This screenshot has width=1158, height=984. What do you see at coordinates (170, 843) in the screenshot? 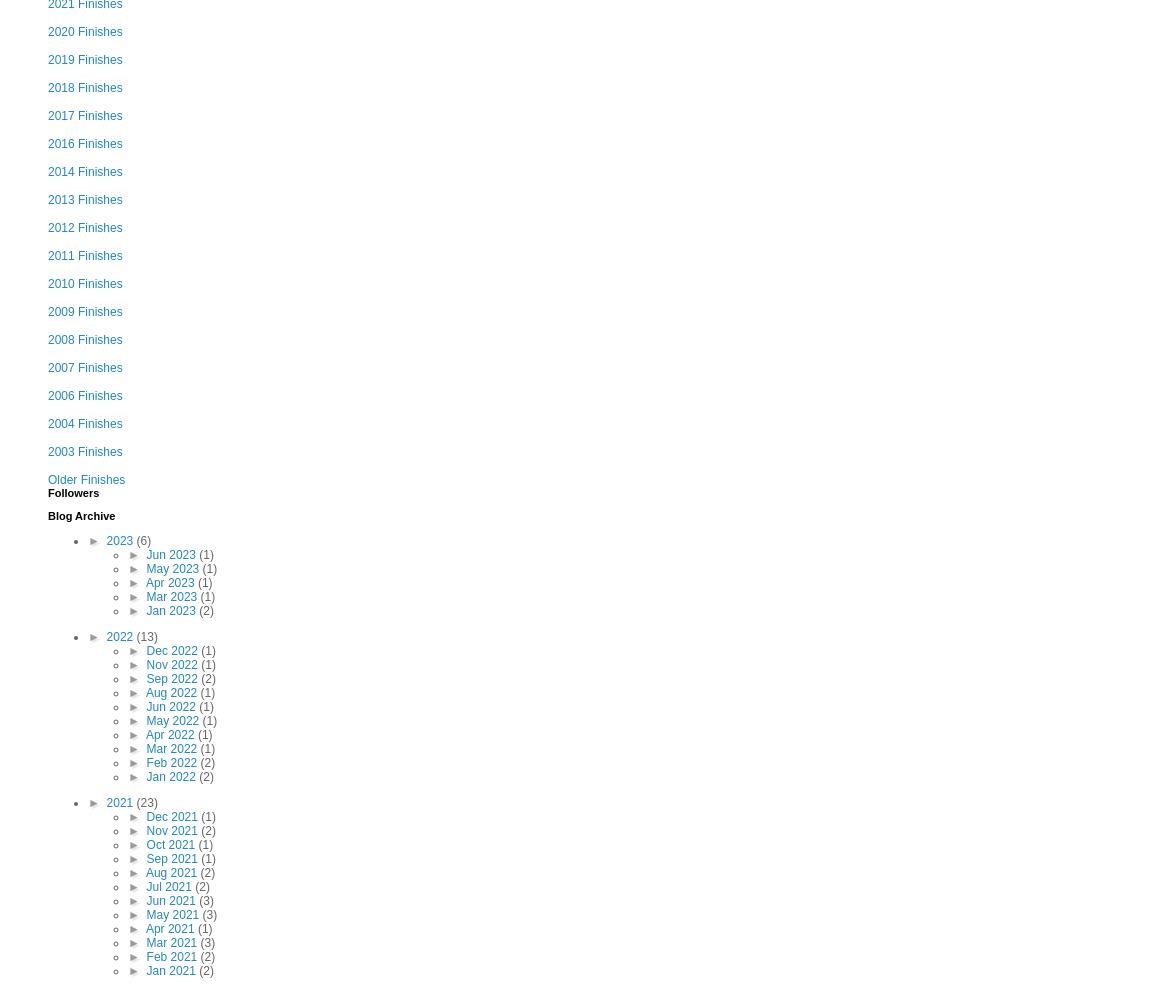
I see `'Oct 2021'` at bounding box center [170, 843].